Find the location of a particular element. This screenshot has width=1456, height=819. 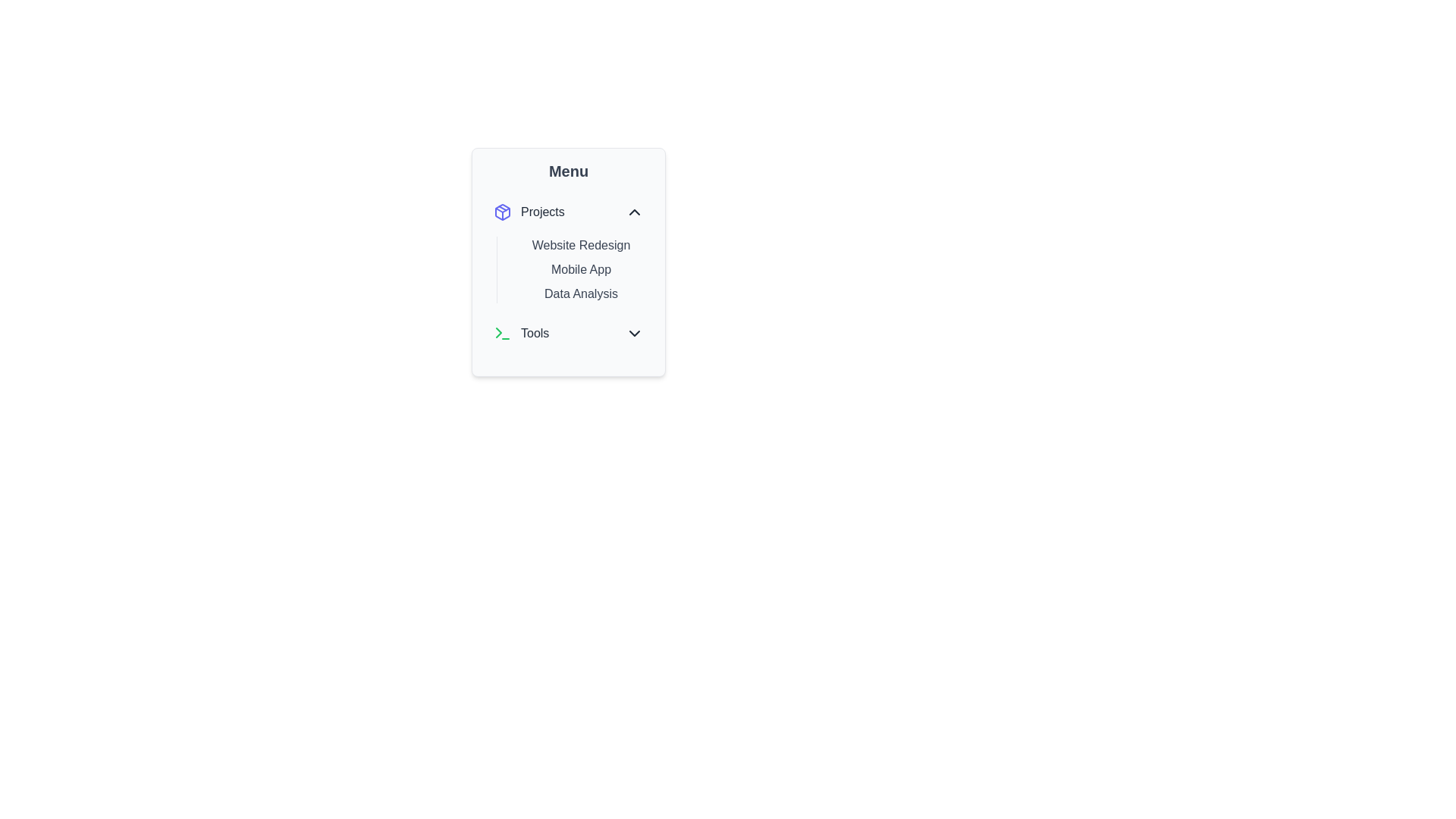

the 'Tools' menu item, which includes a dark font text and a green terminal prompt icon is located at coordinates (521, 332).